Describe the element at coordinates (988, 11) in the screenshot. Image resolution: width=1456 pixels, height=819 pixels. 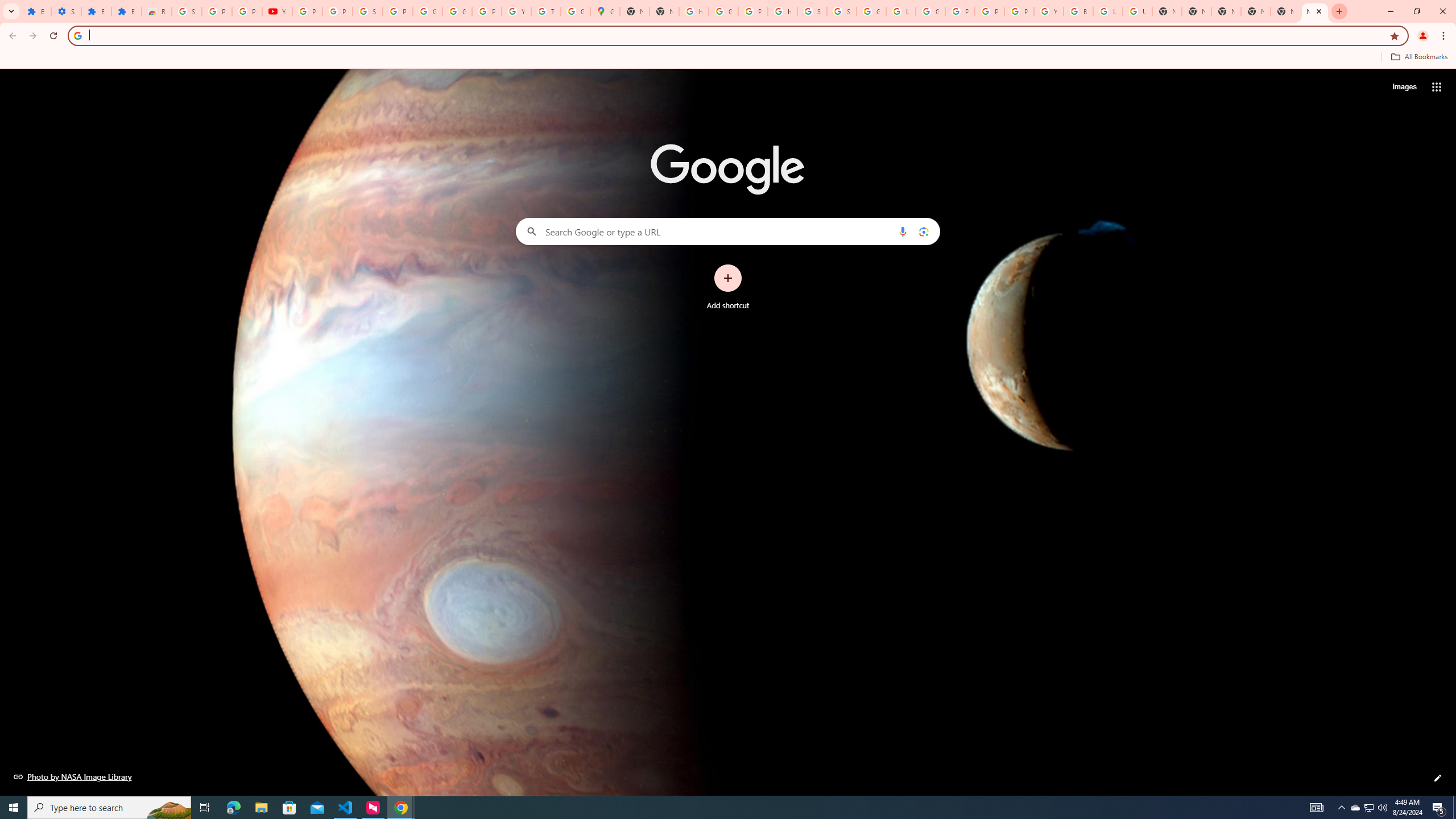
I see `'Privacy Help Center - Policies Help'` at that location.